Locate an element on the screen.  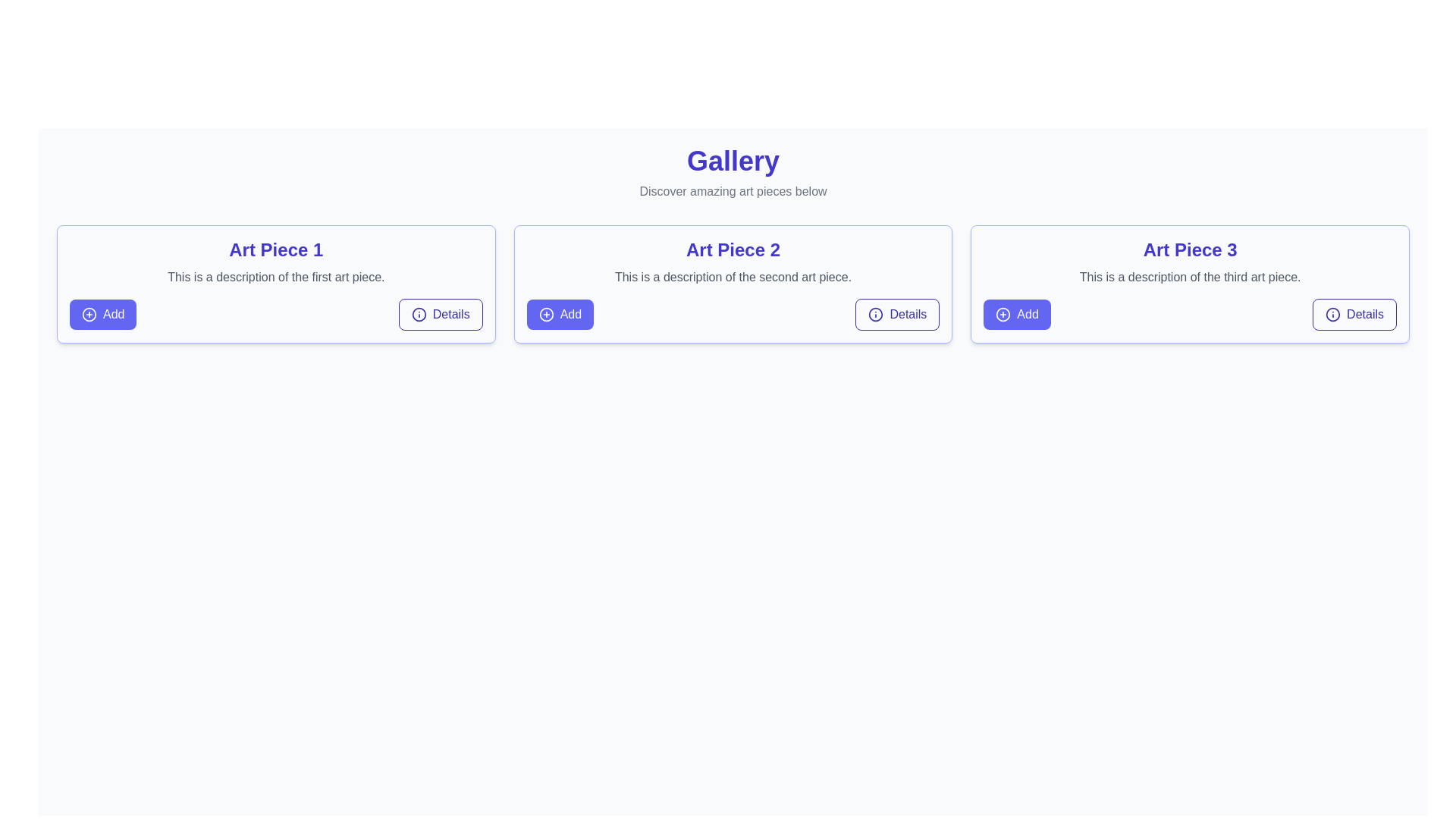
circular blue outlined icon with a centered 'i' symbol located to the left of the 'Details' button in the 'Art Piece 3' section is located at coordinates (1332, 314).